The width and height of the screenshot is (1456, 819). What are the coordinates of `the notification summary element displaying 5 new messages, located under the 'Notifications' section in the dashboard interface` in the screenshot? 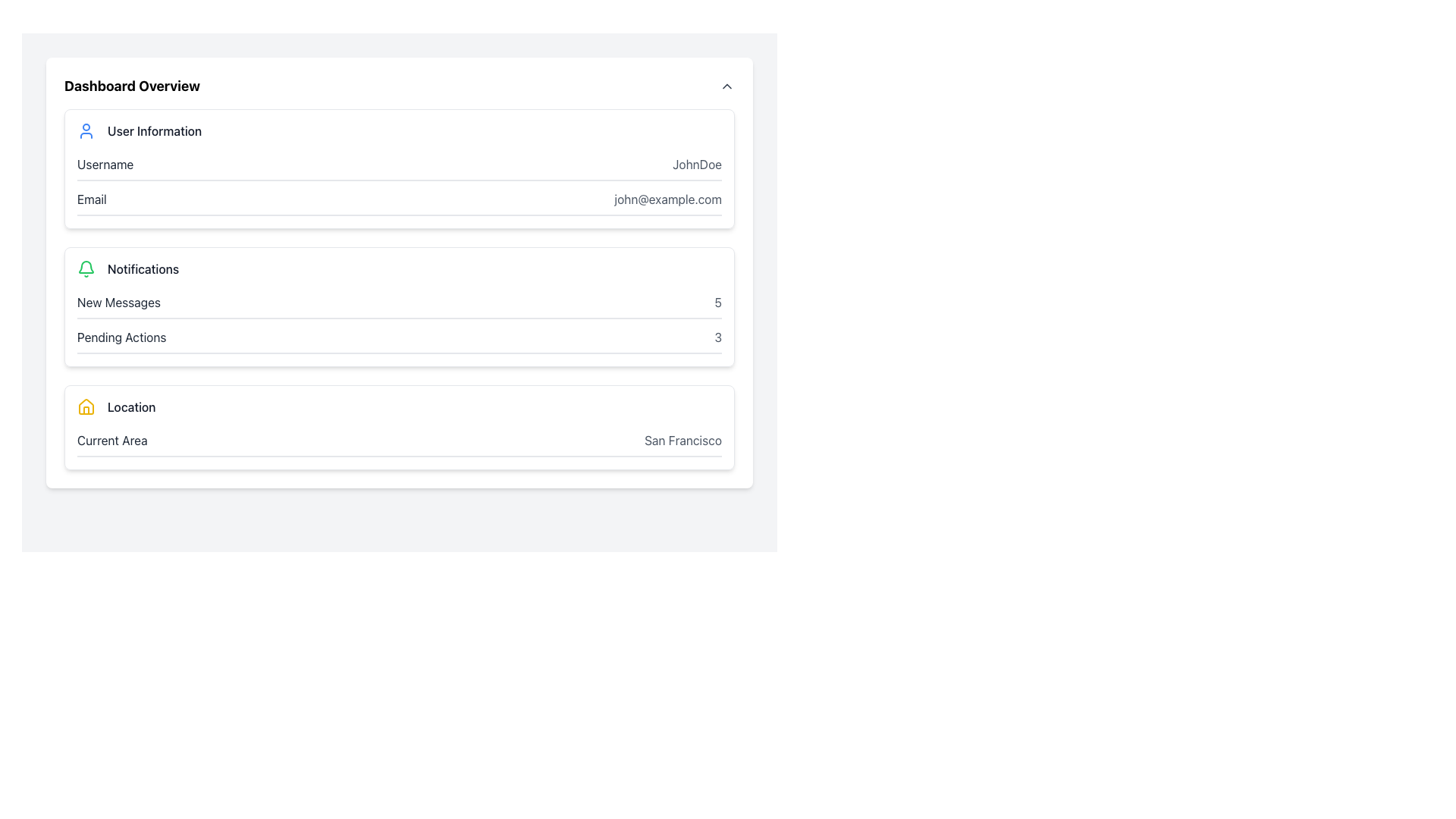 It's located at (400, 303).